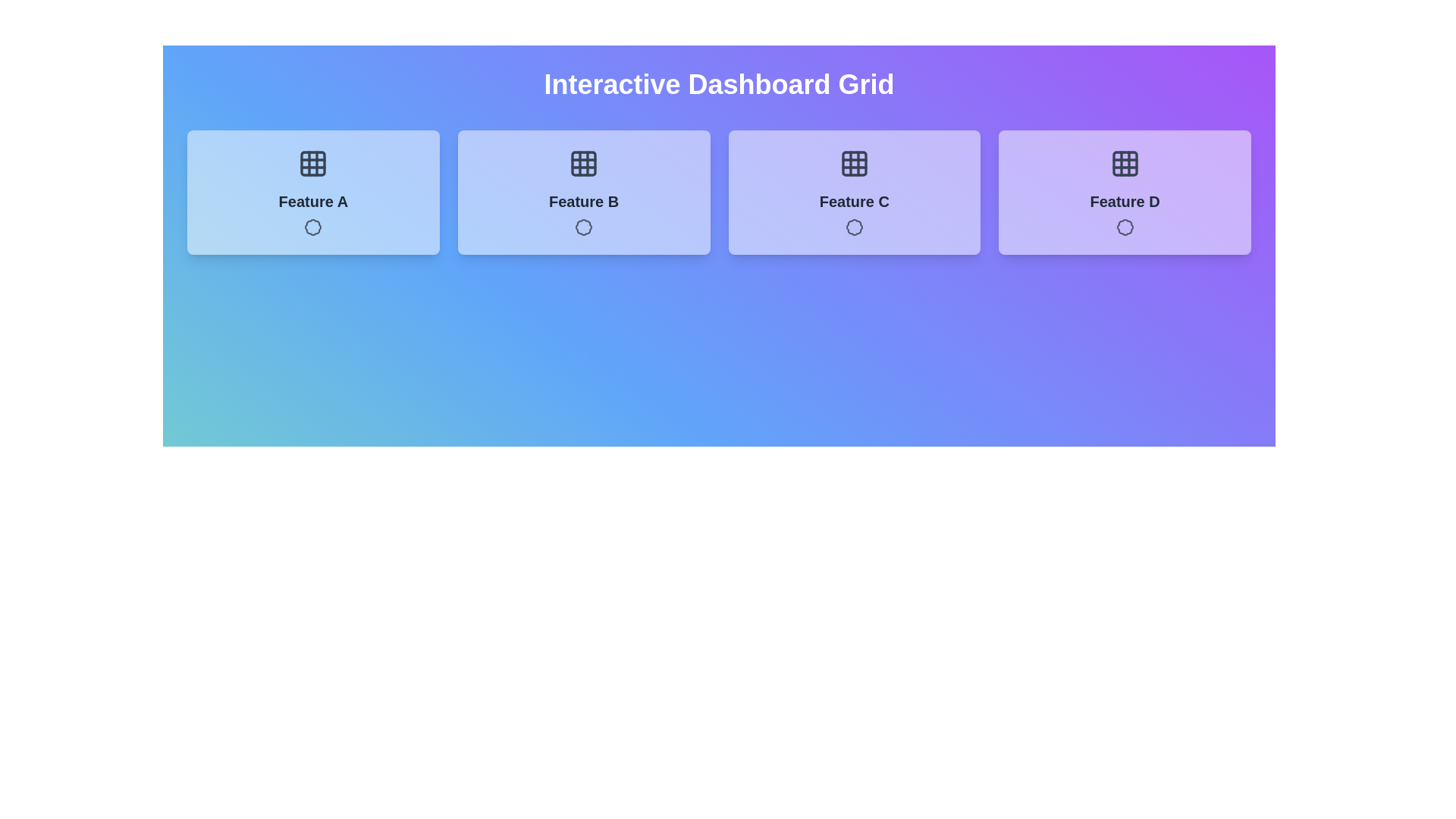 The width and height of the screenshot is (1456, 819). Describe the element at coordinates (583, 227) in the screenshot. I see `the icon located at the bottom-center of the card labeled 'Feature B', which indicates additional actions or statuses related to 'Feature B'` at that location.